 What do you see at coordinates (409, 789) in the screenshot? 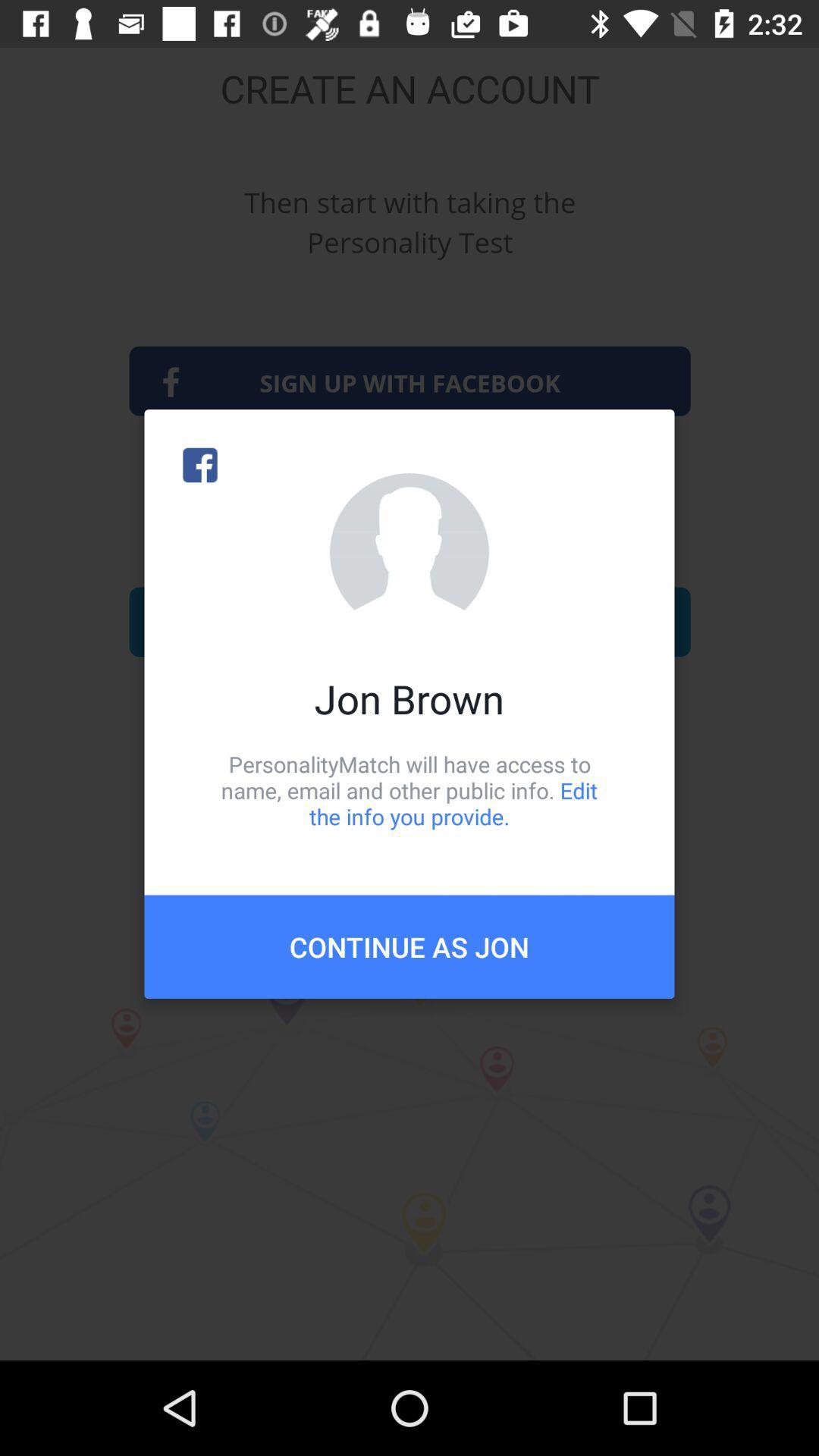
I see `item below the jon brown item` at bounding box center [409, 789].